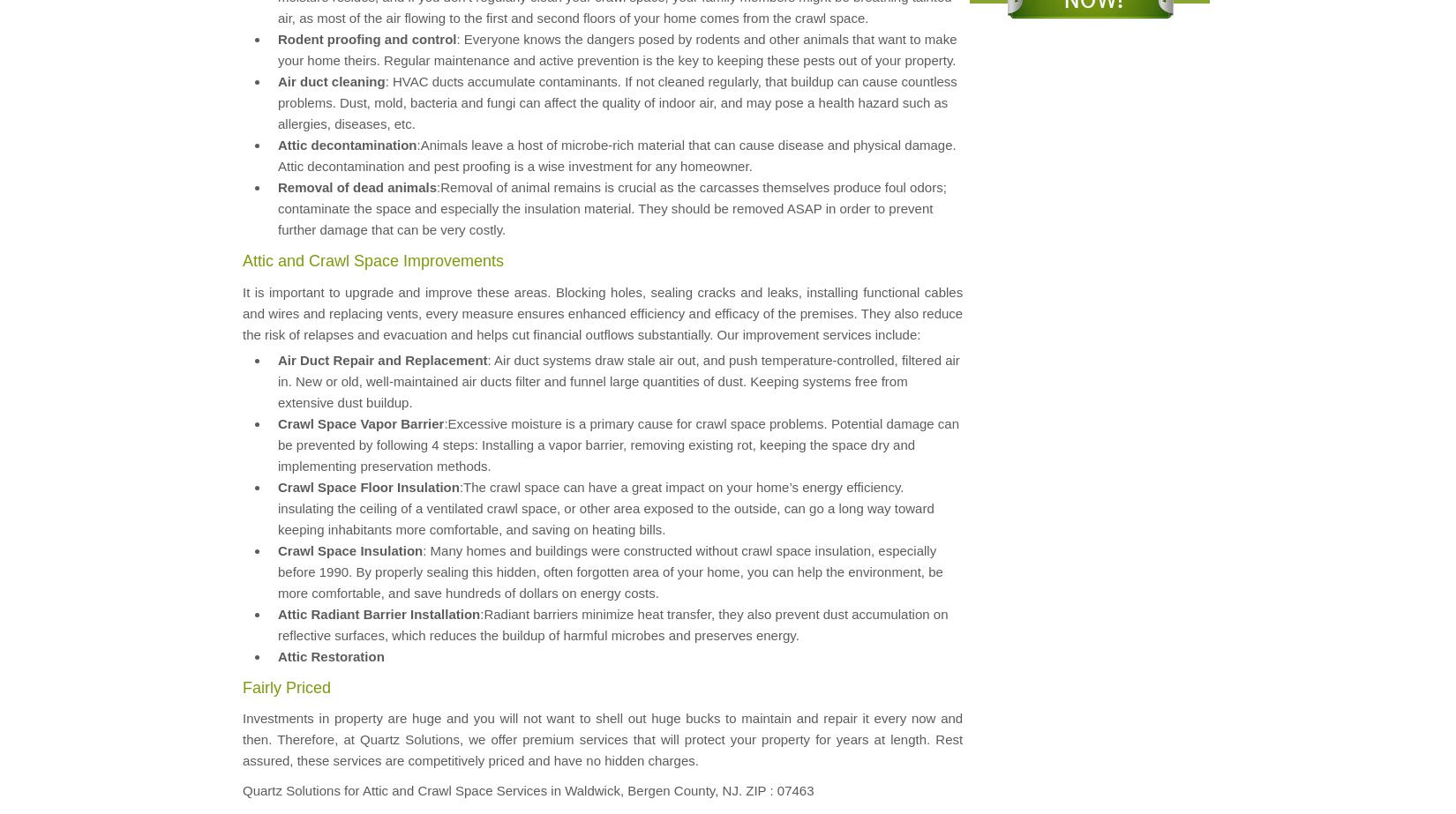 The image size is (1456, 814). I want to click on 'Quartz Solutions for Attic and Crawl Space Services in Waldwick, Bergen County, NJ. ZIP : 07463', so click(527, 788).